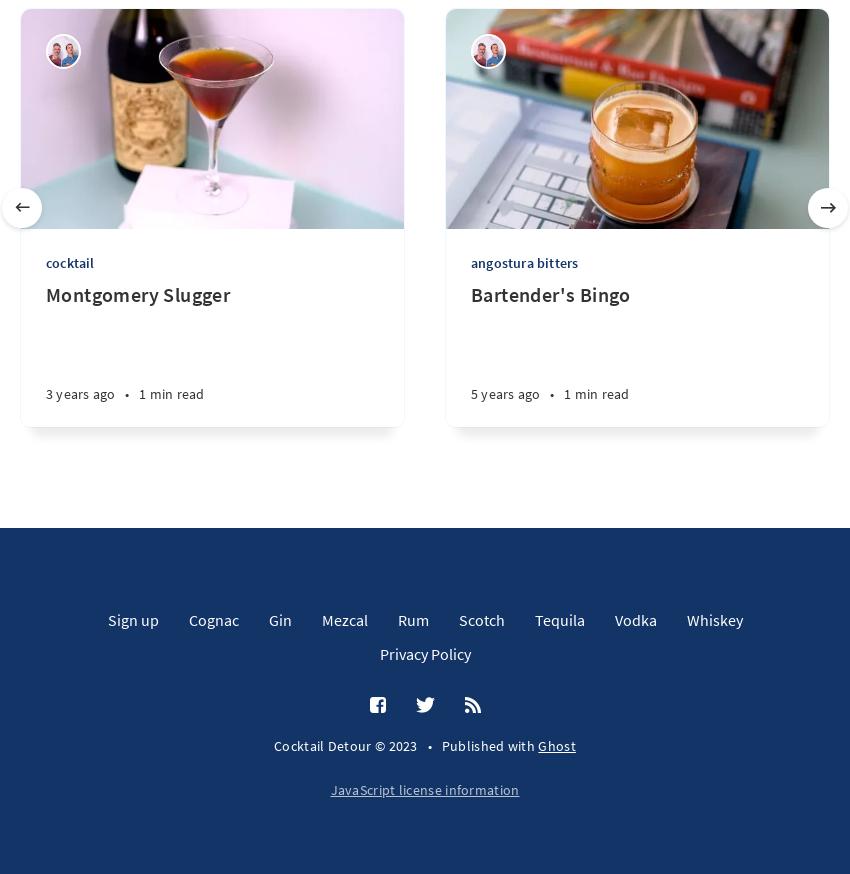 The width and height of the screenshot is (850, 874). Describe the element at coordinates (470, 262) in the screenshot. I see `'angostura bitters'` at that location.